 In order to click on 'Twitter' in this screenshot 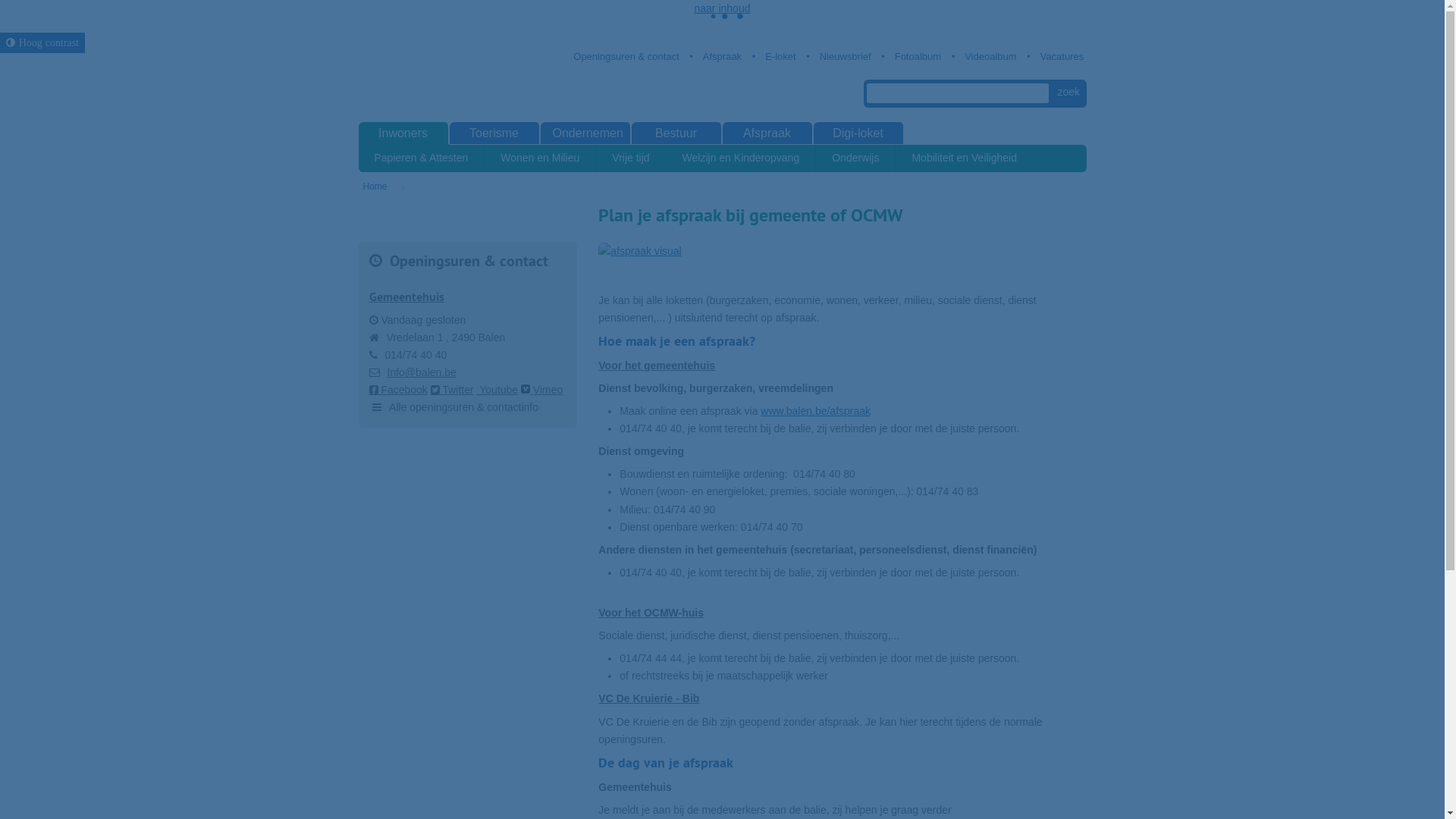, I will do `click(451, 388)`.